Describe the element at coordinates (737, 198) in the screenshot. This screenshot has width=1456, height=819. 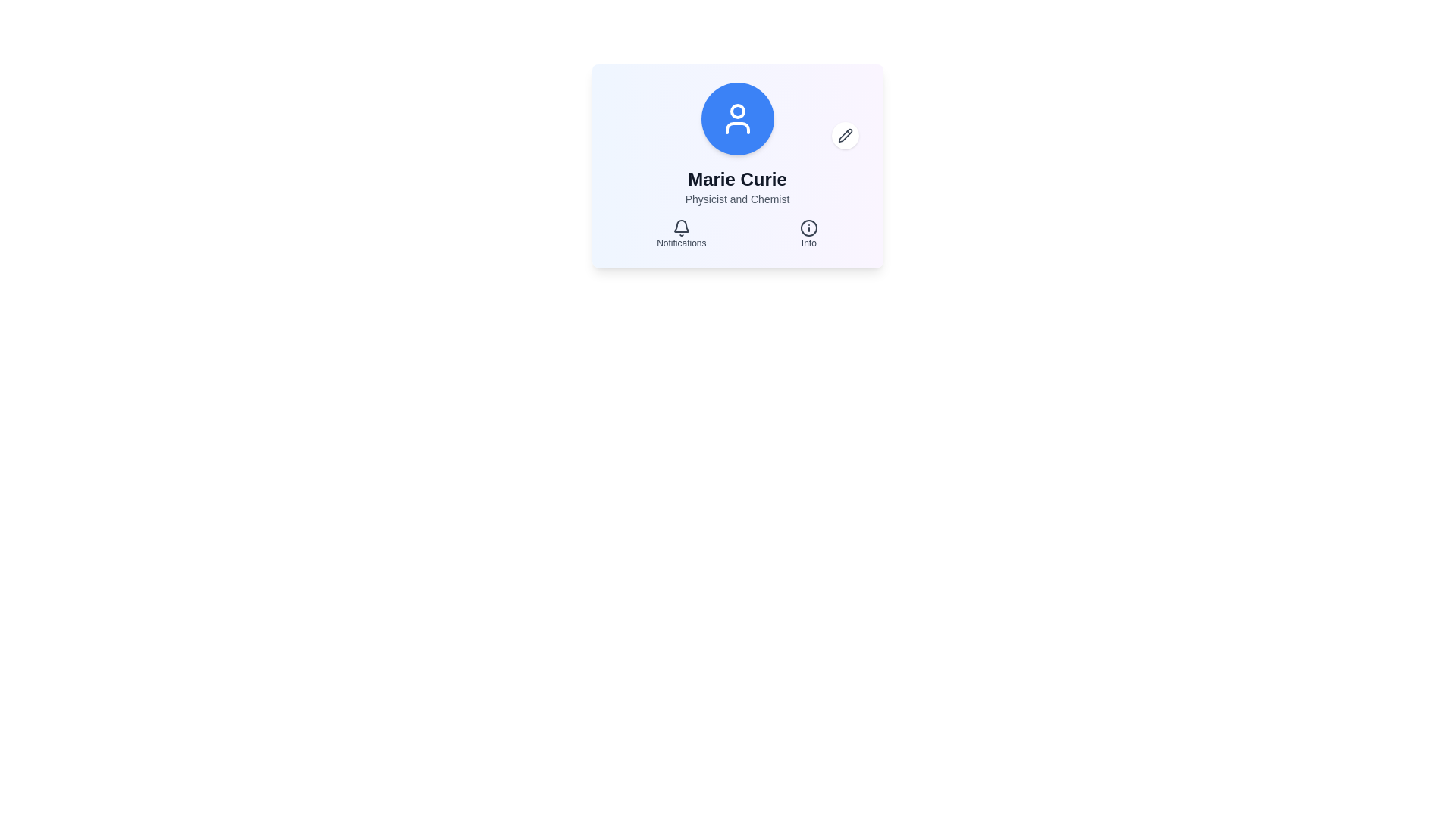
I see `the second line of text styled in a smaller font size and lighter gray color, located directly below 'Marie Curie' on the profile card` at that location.